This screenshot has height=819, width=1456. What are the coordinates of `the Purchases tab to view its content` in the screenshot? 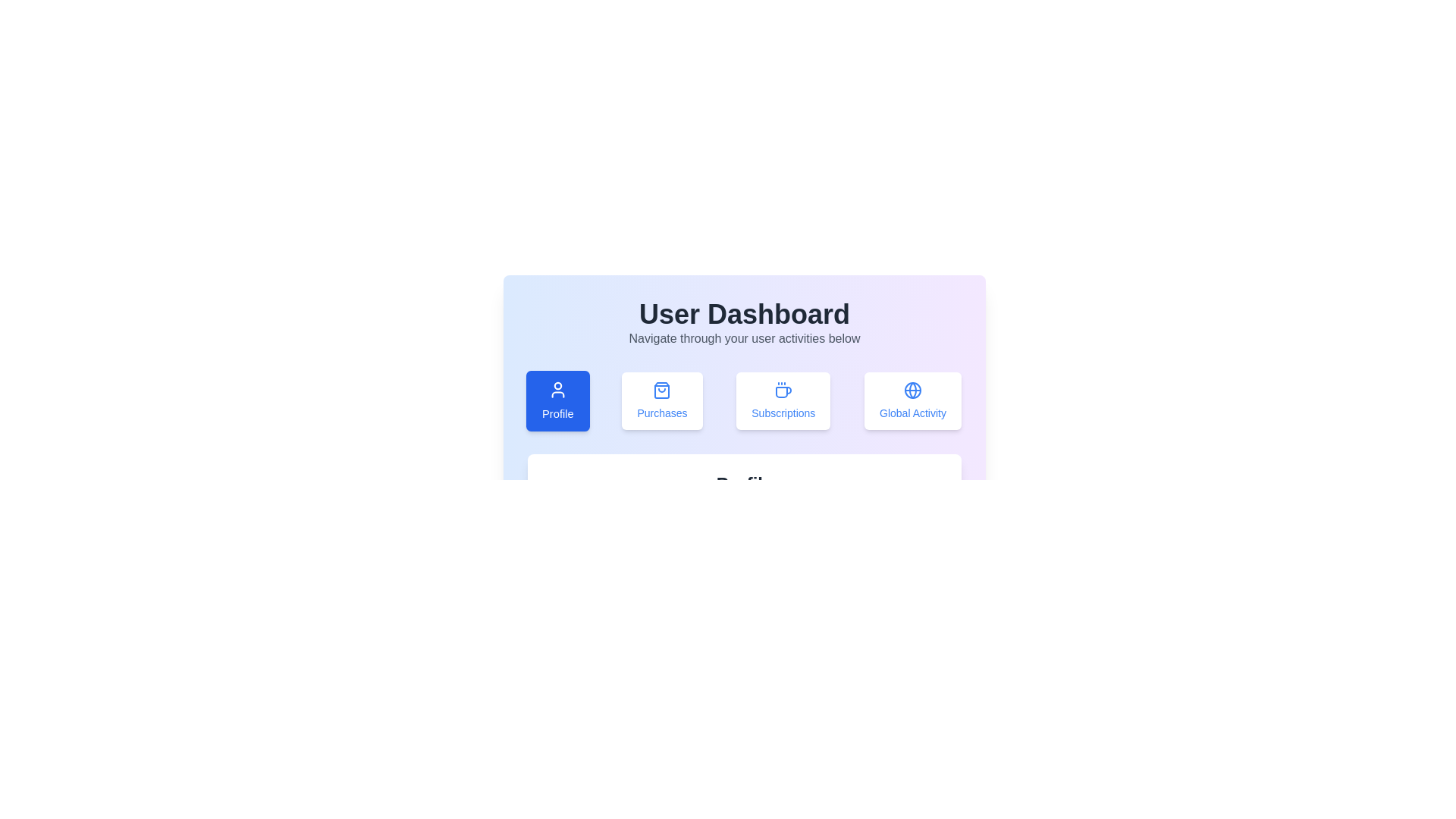 It's located at (662, 400).